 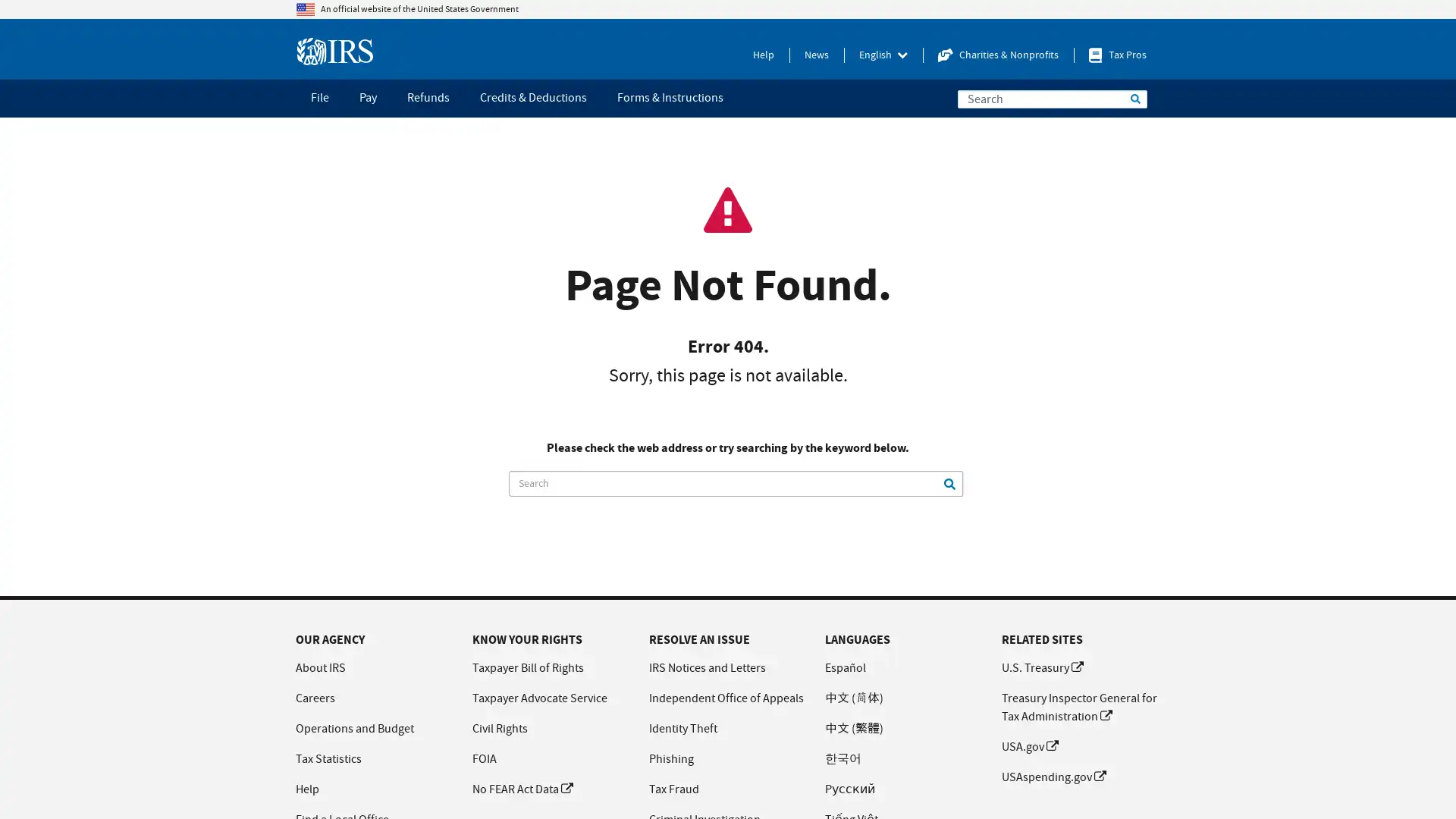 What do you see at coordinates (883, 55) in the screenshot?
I see `Press enter to activate the menu, then navigate with the tab key.` at bounding box center [883, 55].